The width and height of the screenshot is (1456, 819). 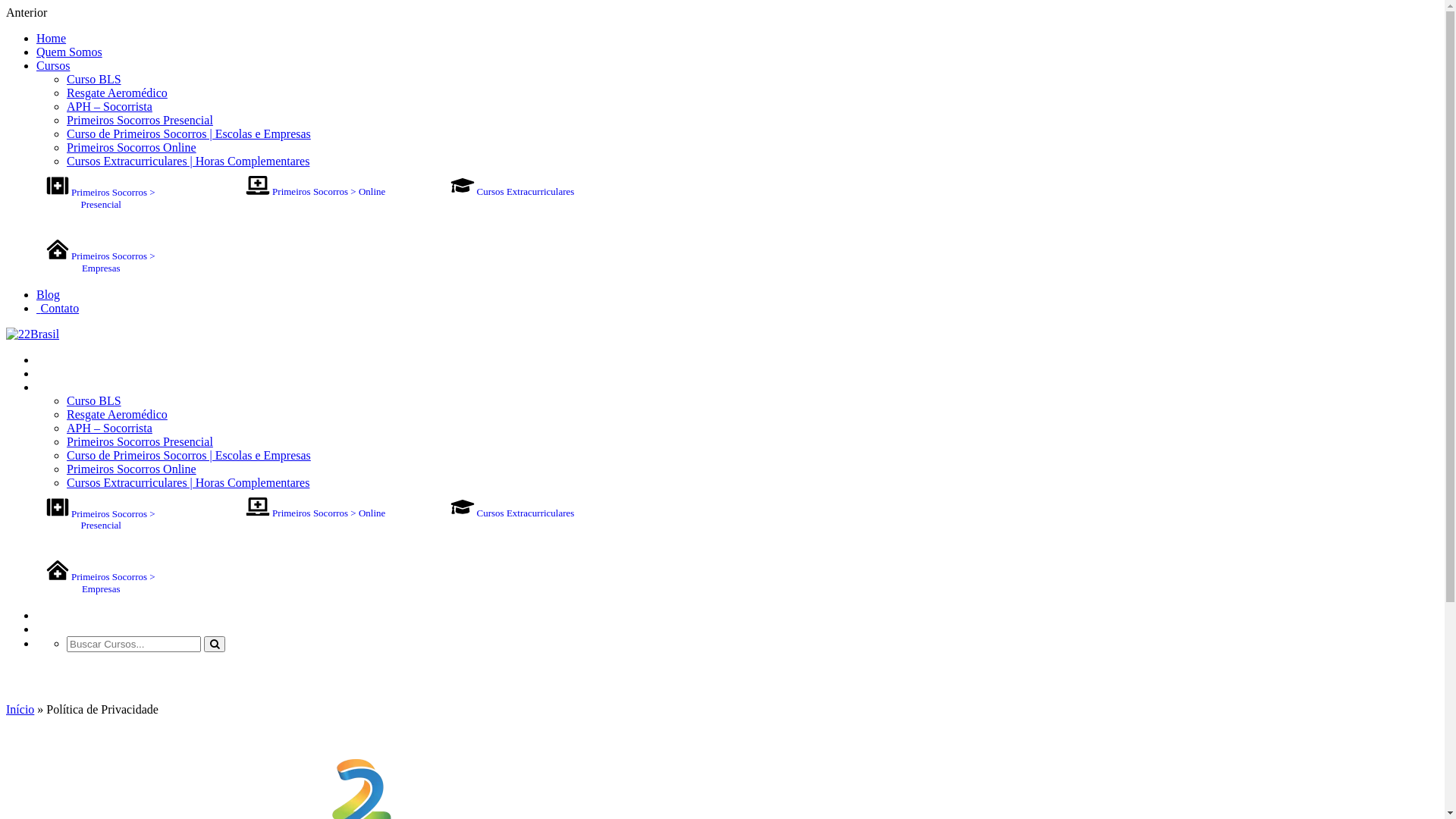 I want to click on 'logo 22', so click(x=33, y=333).